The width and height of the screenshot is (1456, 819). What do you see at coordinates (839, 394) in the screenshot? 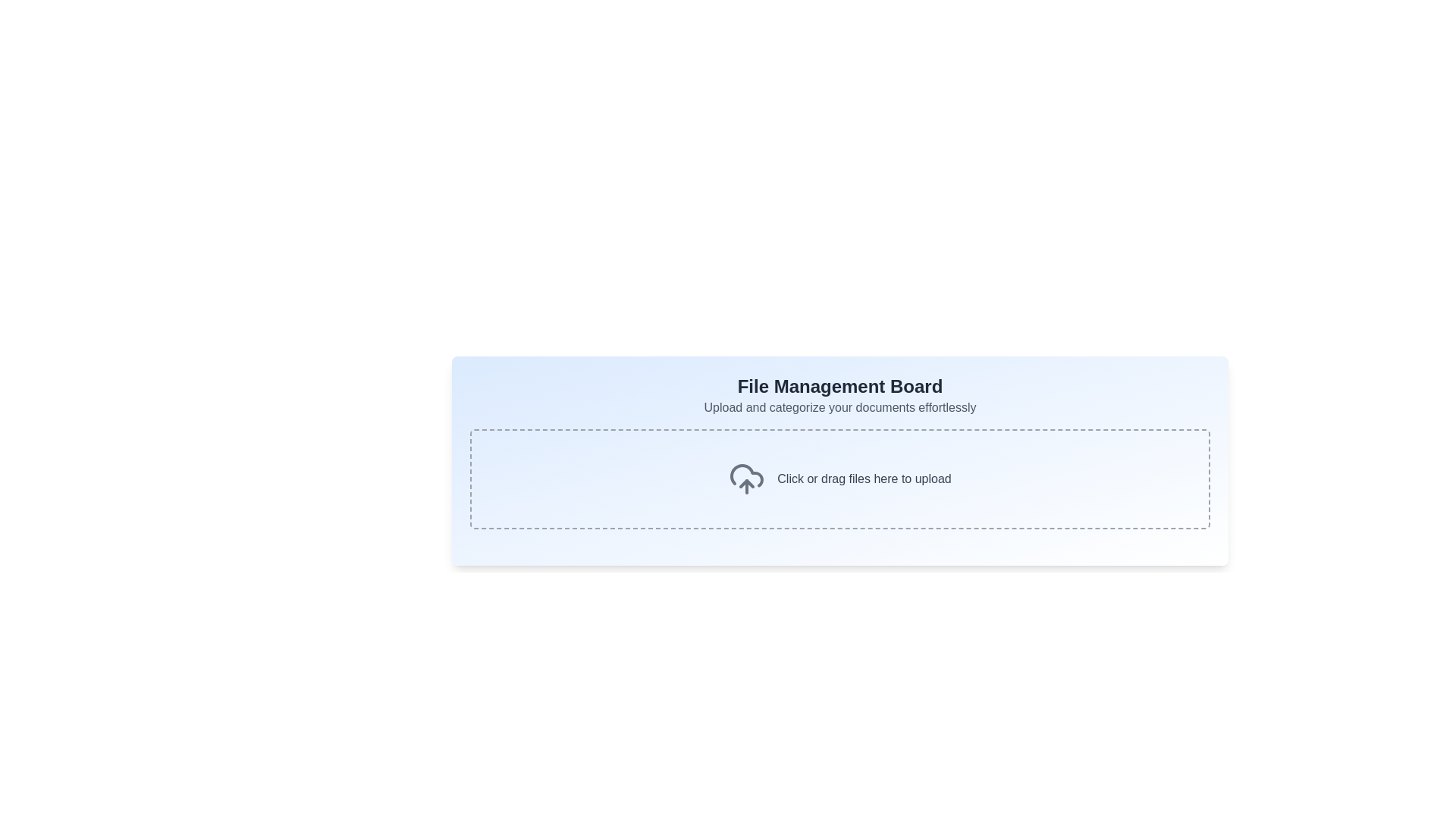
I see `the text display element that serves as a descriptive header for the file management section, positioned above the dashed border box titled 'Click or drag files here to upload'` at bounding box center [839, 394].